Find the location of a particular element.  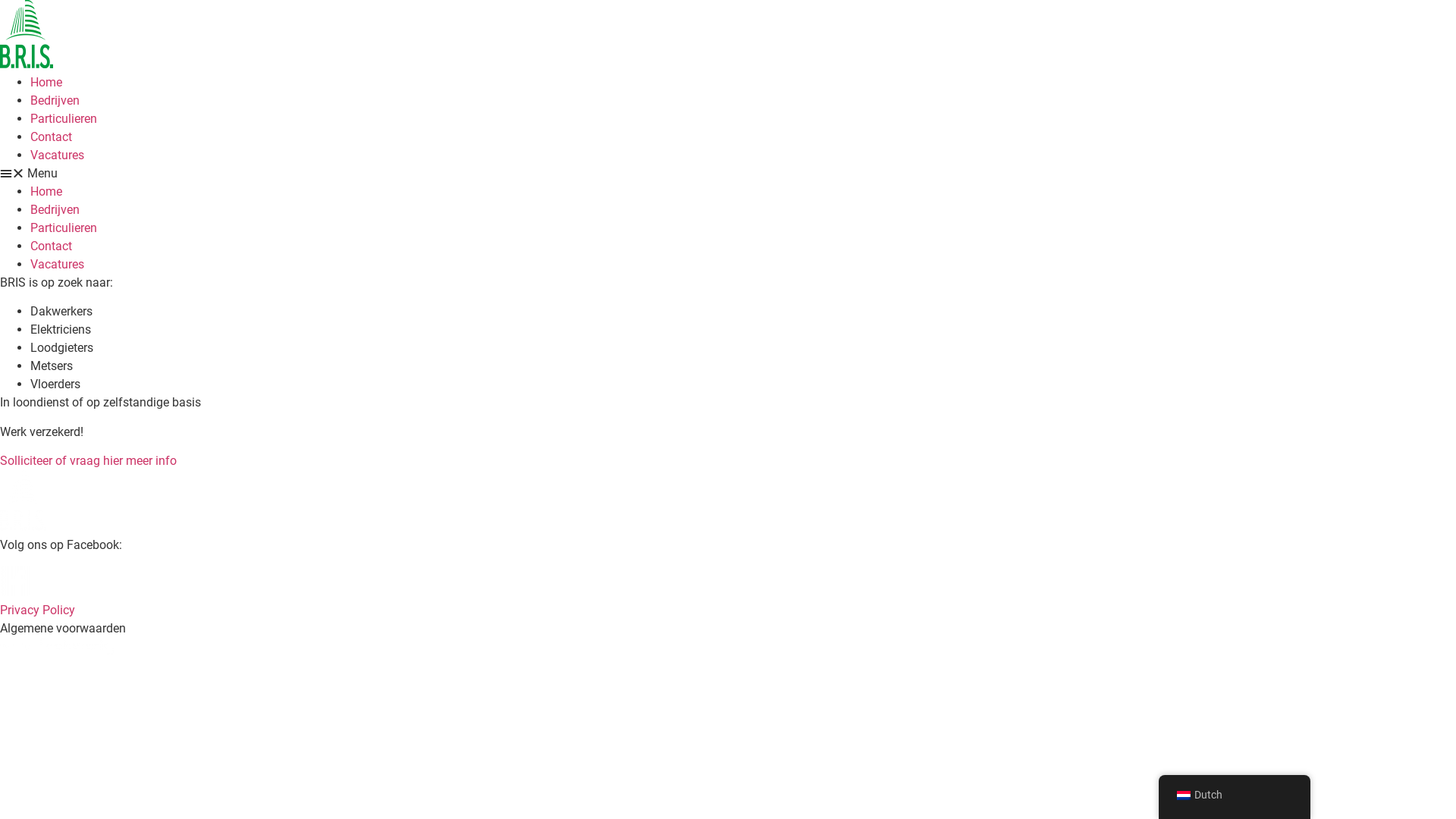

'Particulieren' is located at coordinates (62, 118).